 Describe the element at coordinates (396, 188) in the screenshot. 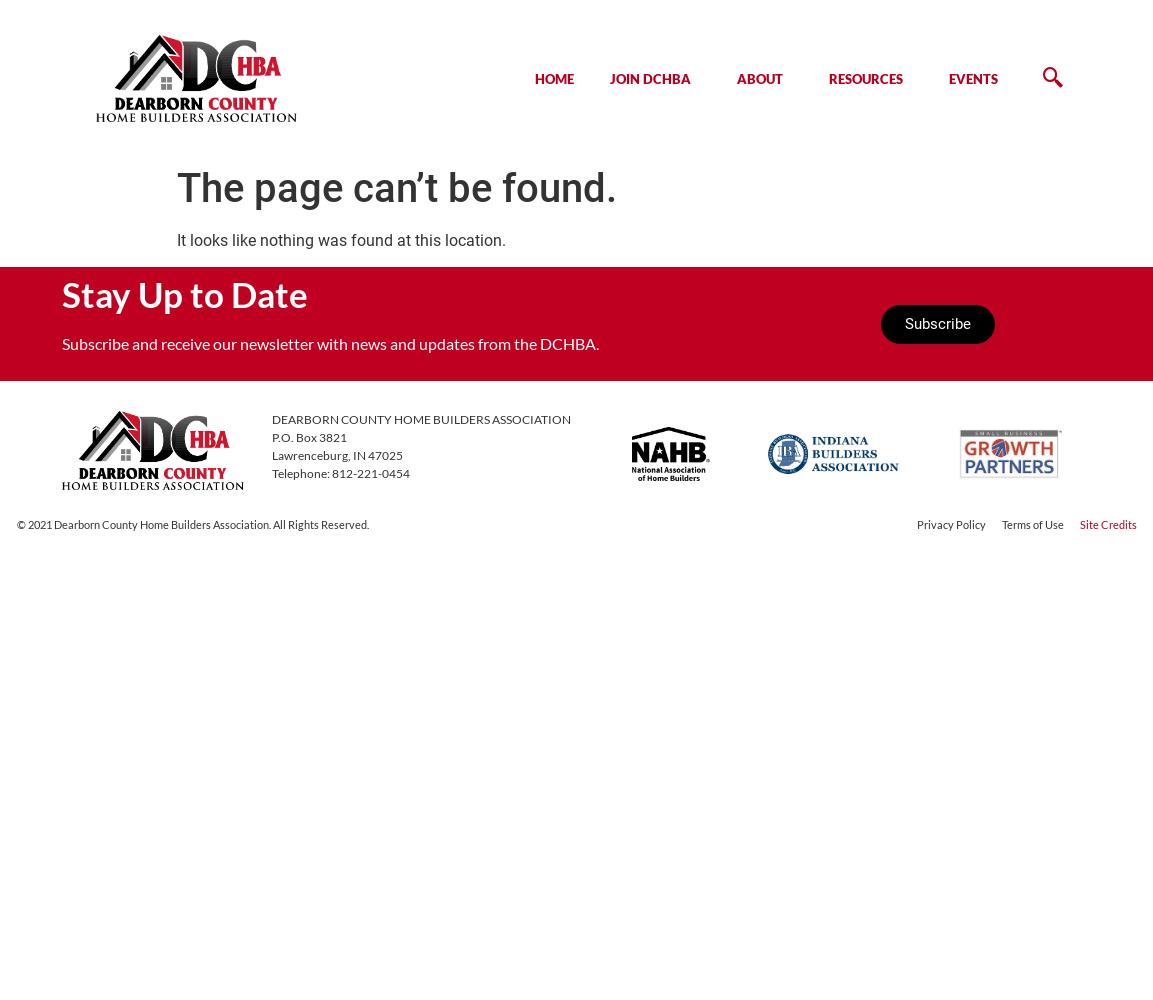

I see `'The page can’t be found.'` at that location.